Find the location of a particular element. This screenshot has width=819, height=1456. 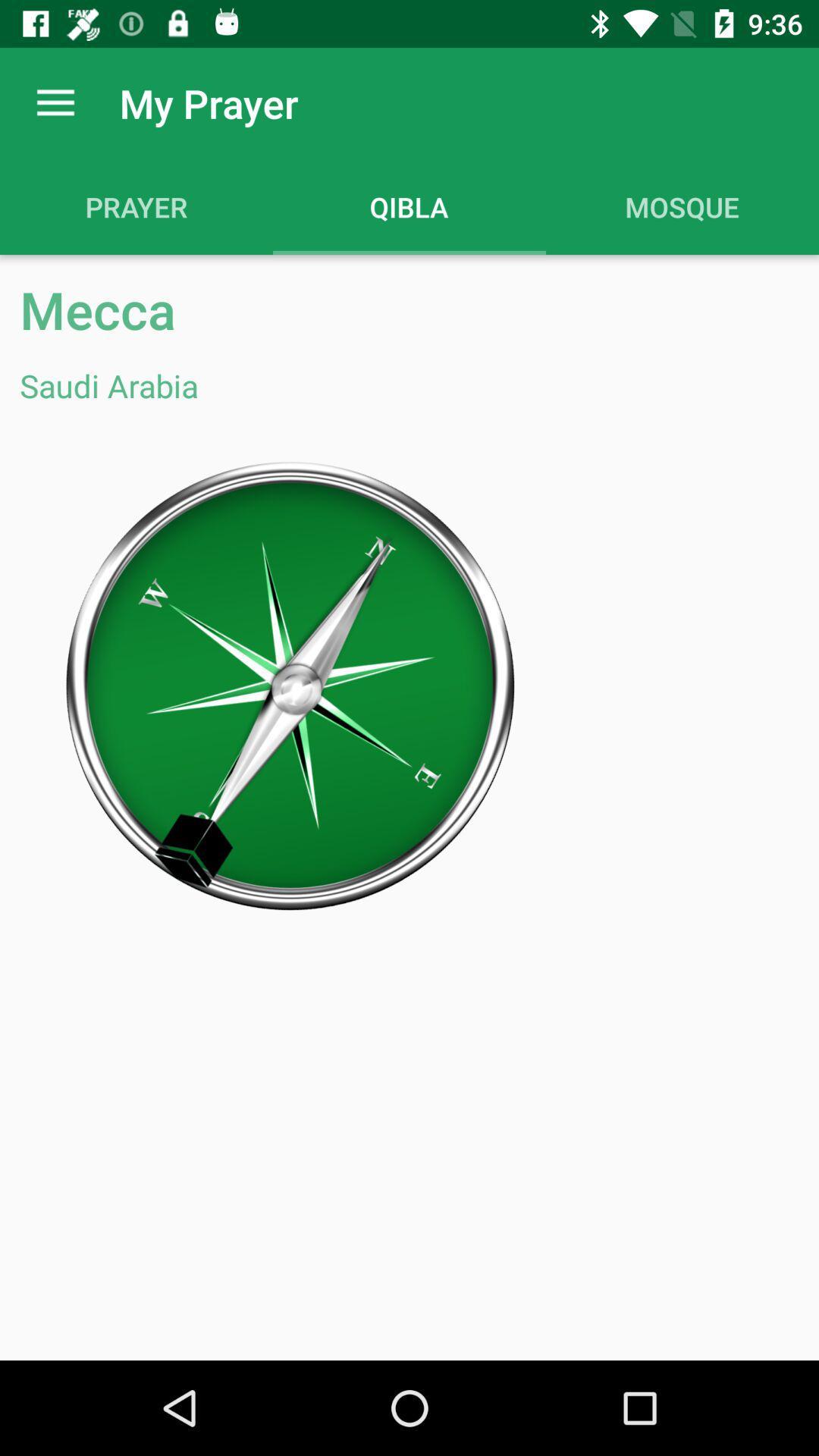

the app next to the my prayer app is located at coordinates (55, 102).